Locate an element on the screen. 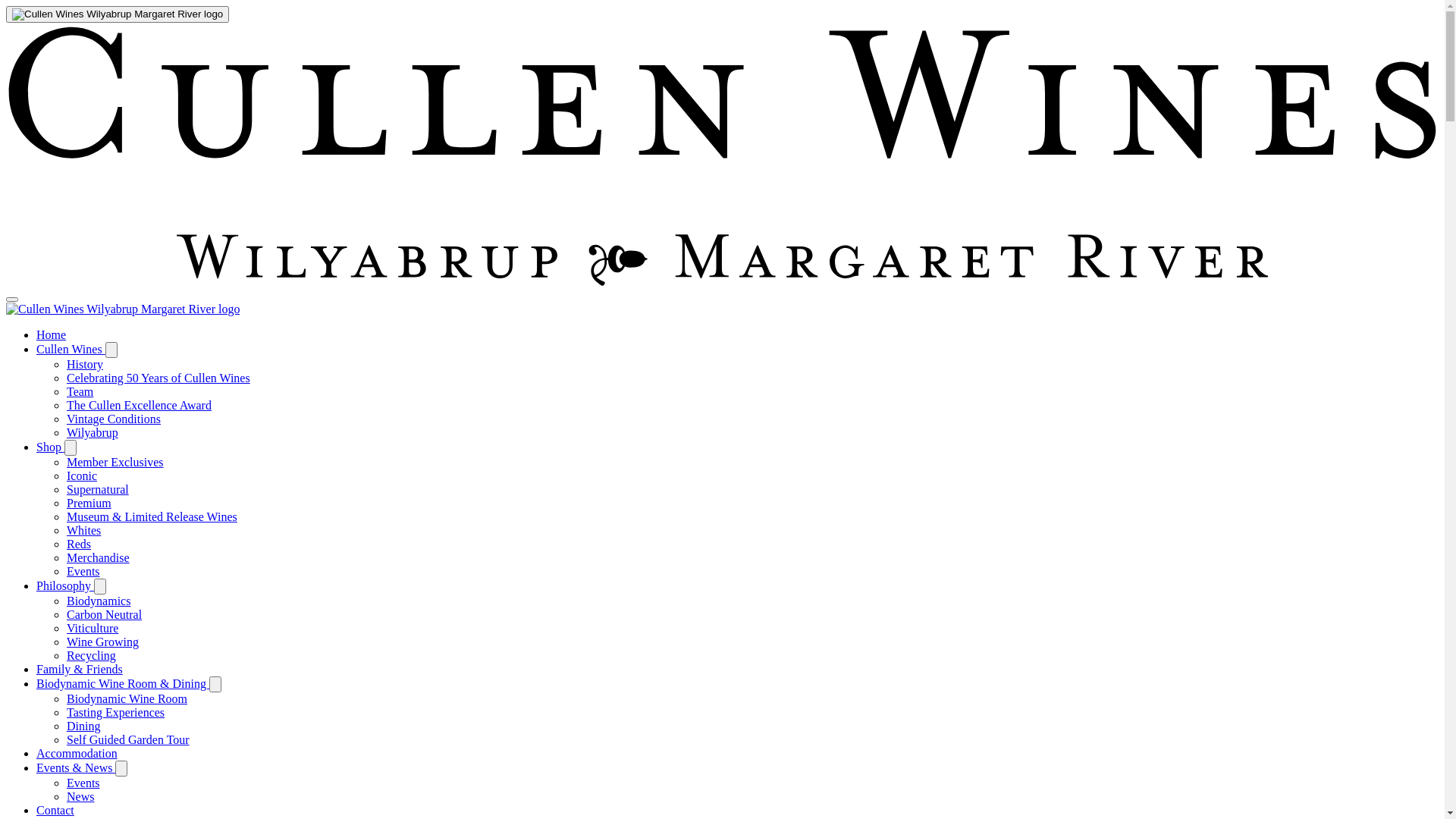 The image size is (1456, 819). 'Biodynamic Wine Room' is located at coordinates (127, 698).